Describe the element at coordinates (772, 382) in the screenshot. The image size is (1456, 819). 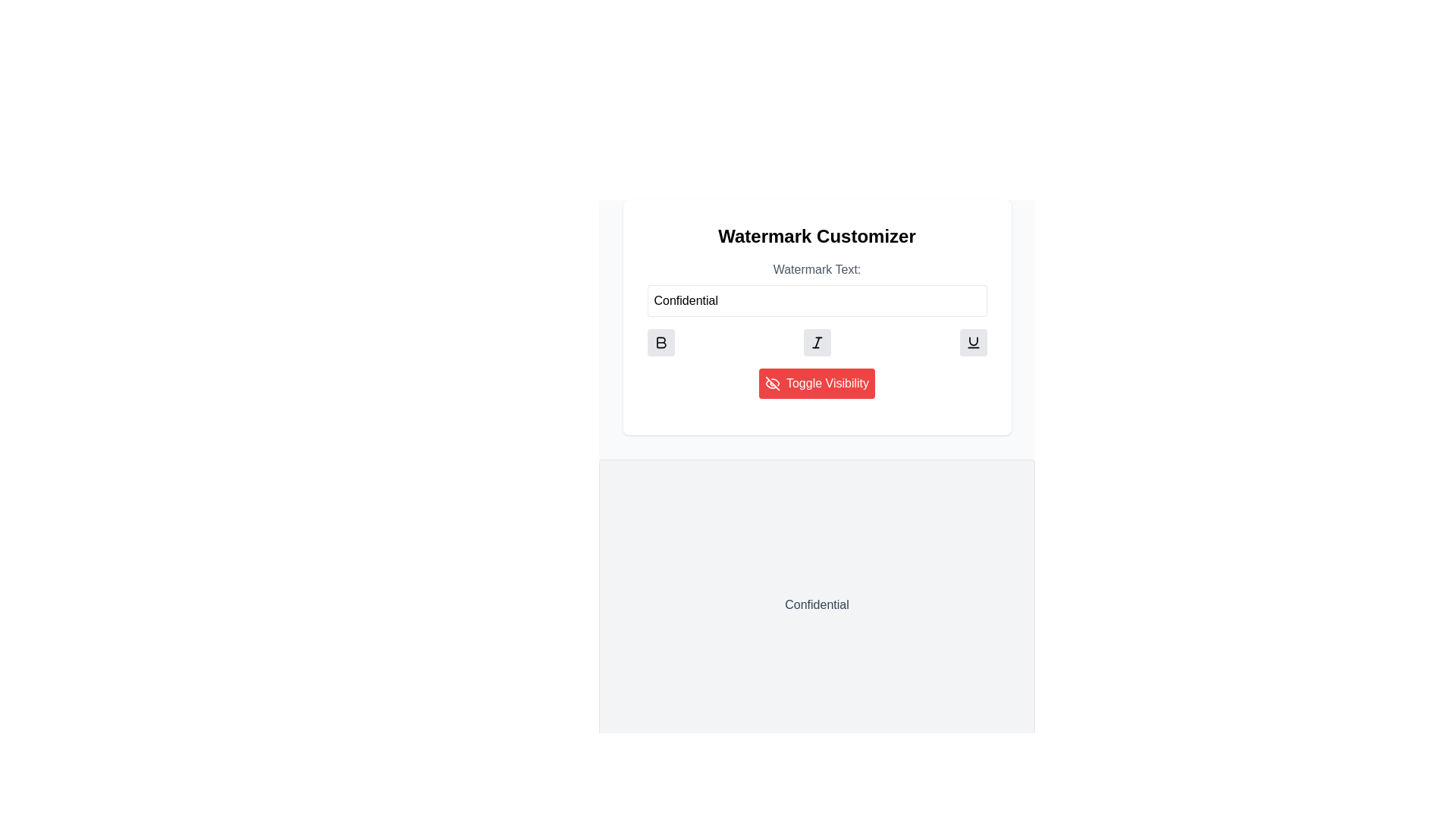
I see `the crossed-out eye icon with a red background located within the 'Toggle Visibility' button` at that location.